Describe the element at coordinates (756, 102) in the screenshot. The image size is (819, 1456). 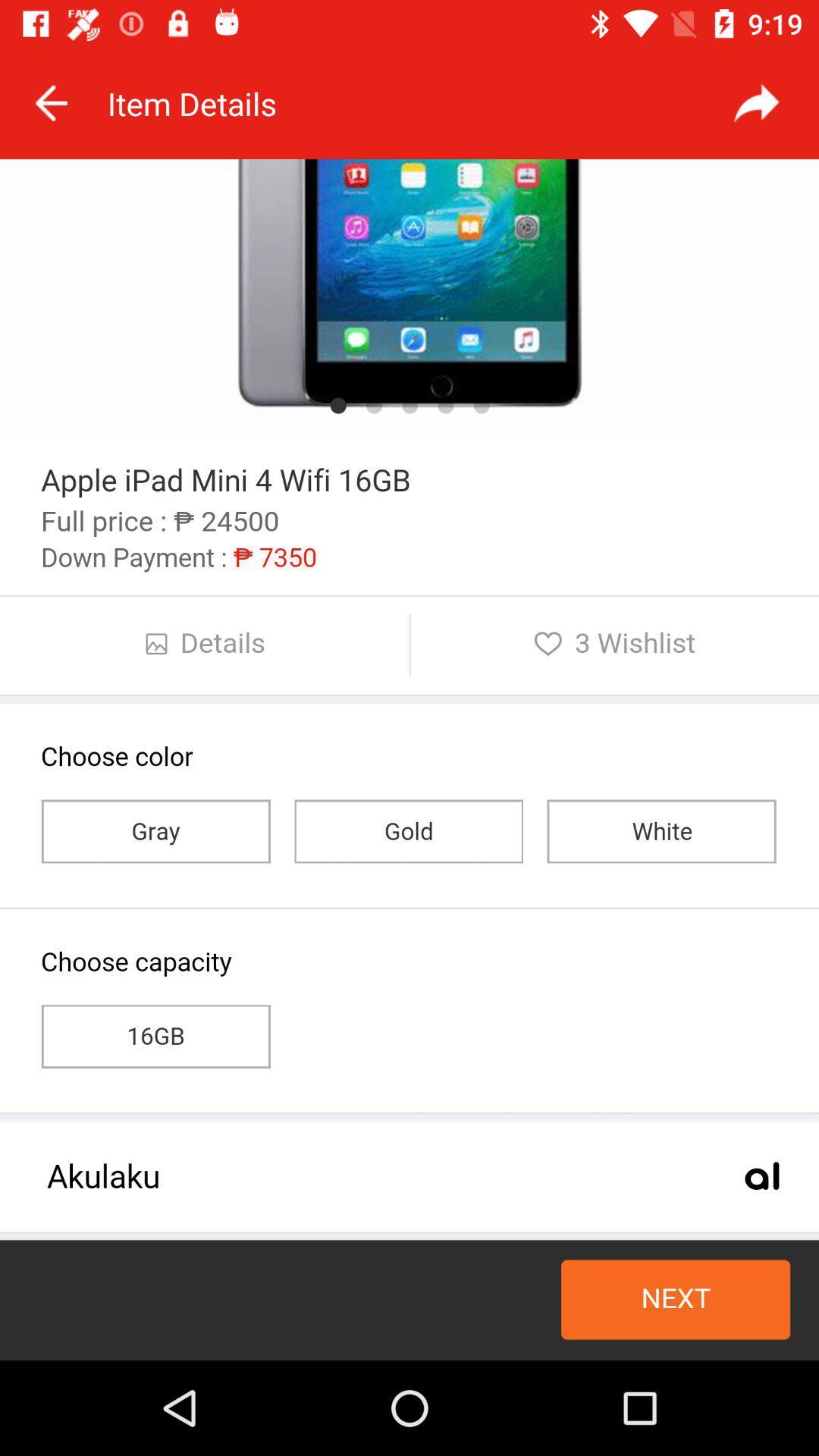
I see `share the product details` at that location.